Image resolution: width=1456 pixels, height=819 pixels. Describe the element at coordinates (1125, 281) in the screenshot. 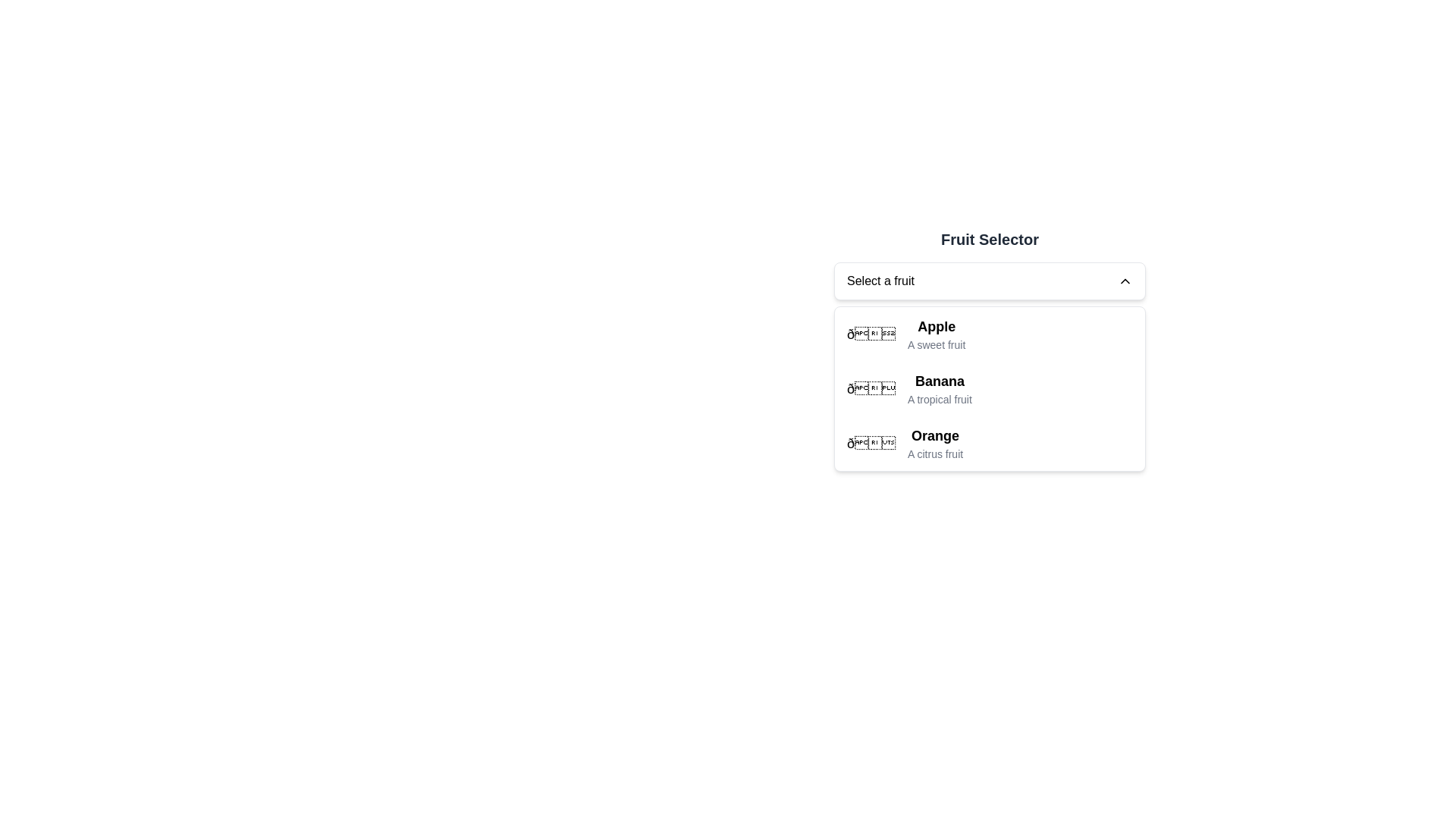

I see `the upward-facing chevron icon located at the right end of the 'Select a fruit' dropdown input field` at that location.